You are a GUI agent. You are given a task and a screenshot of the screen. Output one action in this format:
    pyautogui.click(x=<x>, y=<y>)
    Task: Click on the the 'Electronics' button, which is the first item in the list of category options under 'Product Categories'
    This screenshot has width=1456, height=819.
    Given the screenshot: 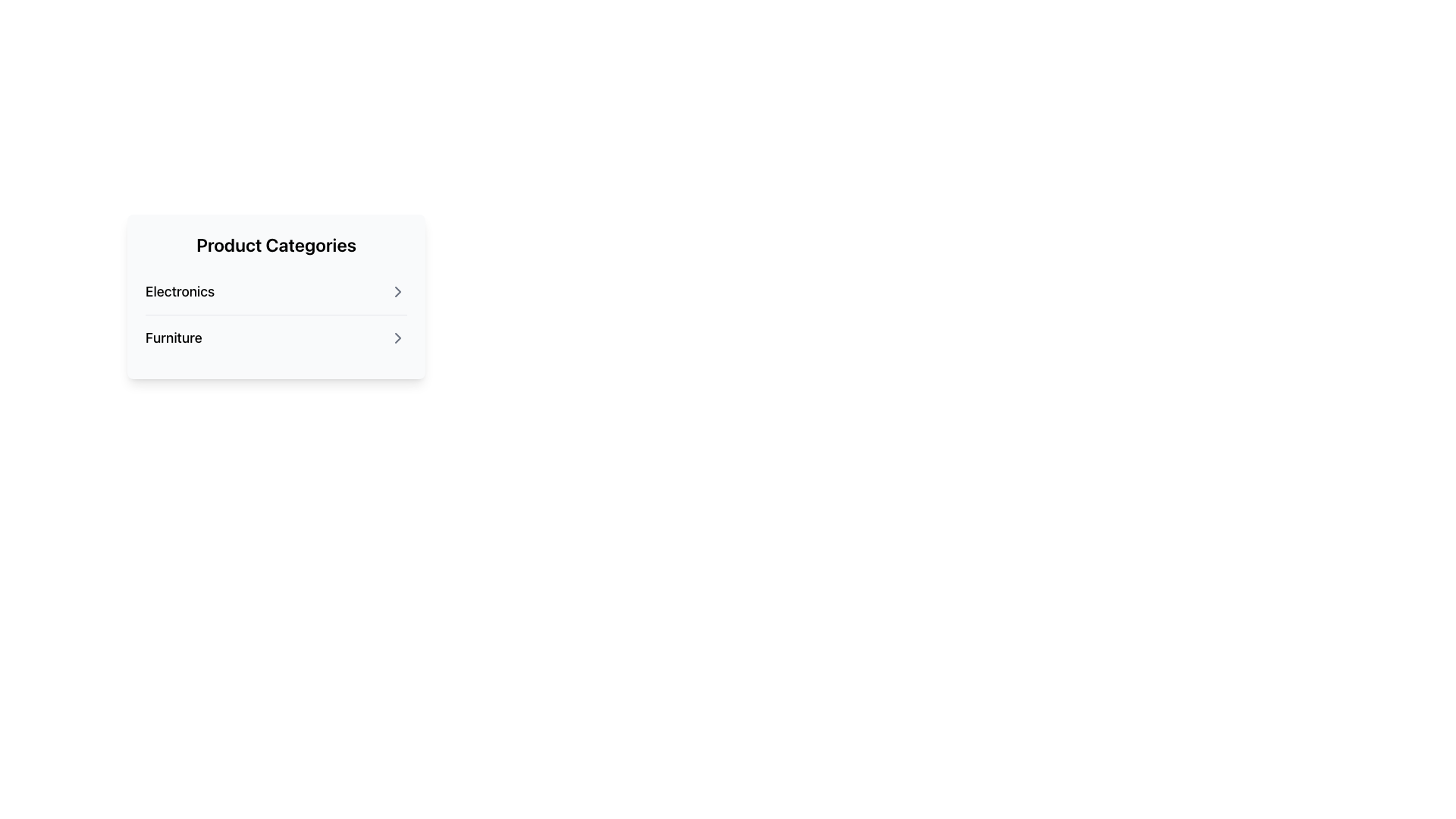 What is the action you would take?
    pyautogui.click(x=276, y=292)
    